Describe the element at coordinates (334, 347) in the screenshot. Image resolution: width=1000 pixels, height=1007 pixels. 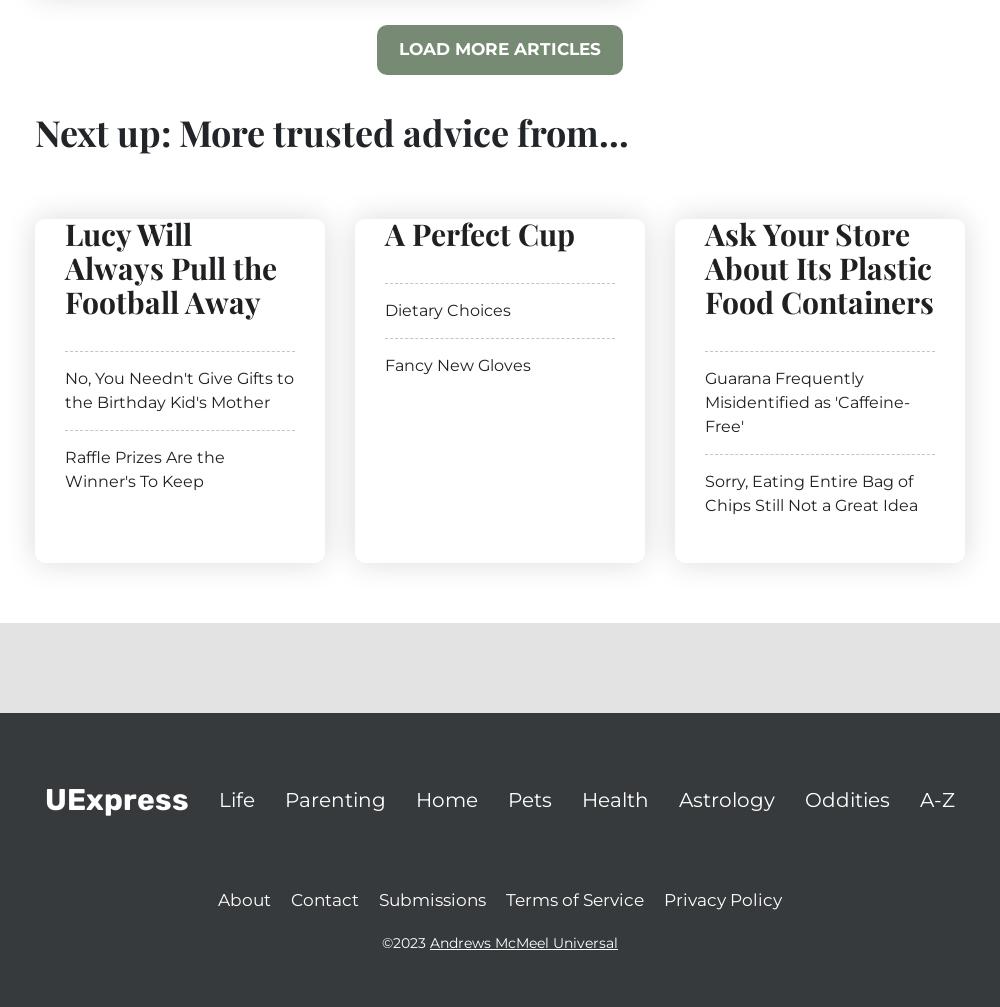
I see `'There are many different collective, or group, names for dogs, most of them related to hunting. These are called "terms of venery" and include "a mute of hounds," from the Old French "meute," meaning "pack" or "kennel"; "a leash of Greyhounds"; and "a couple of spaniels." In modern times, dog-loving wordsmiths have invented their own fanciful collective terms for specific breeds, drawing on wit and word play: a waddle of Pekingese, a snobbery of salukis, a rumble of Rottweilers, a snap of whippets, a grin of Japanese chin, a bounce of beardies, a shiver of Chihuahuas. I'm partial to a court of Cavaliers, myself.'` at that location.